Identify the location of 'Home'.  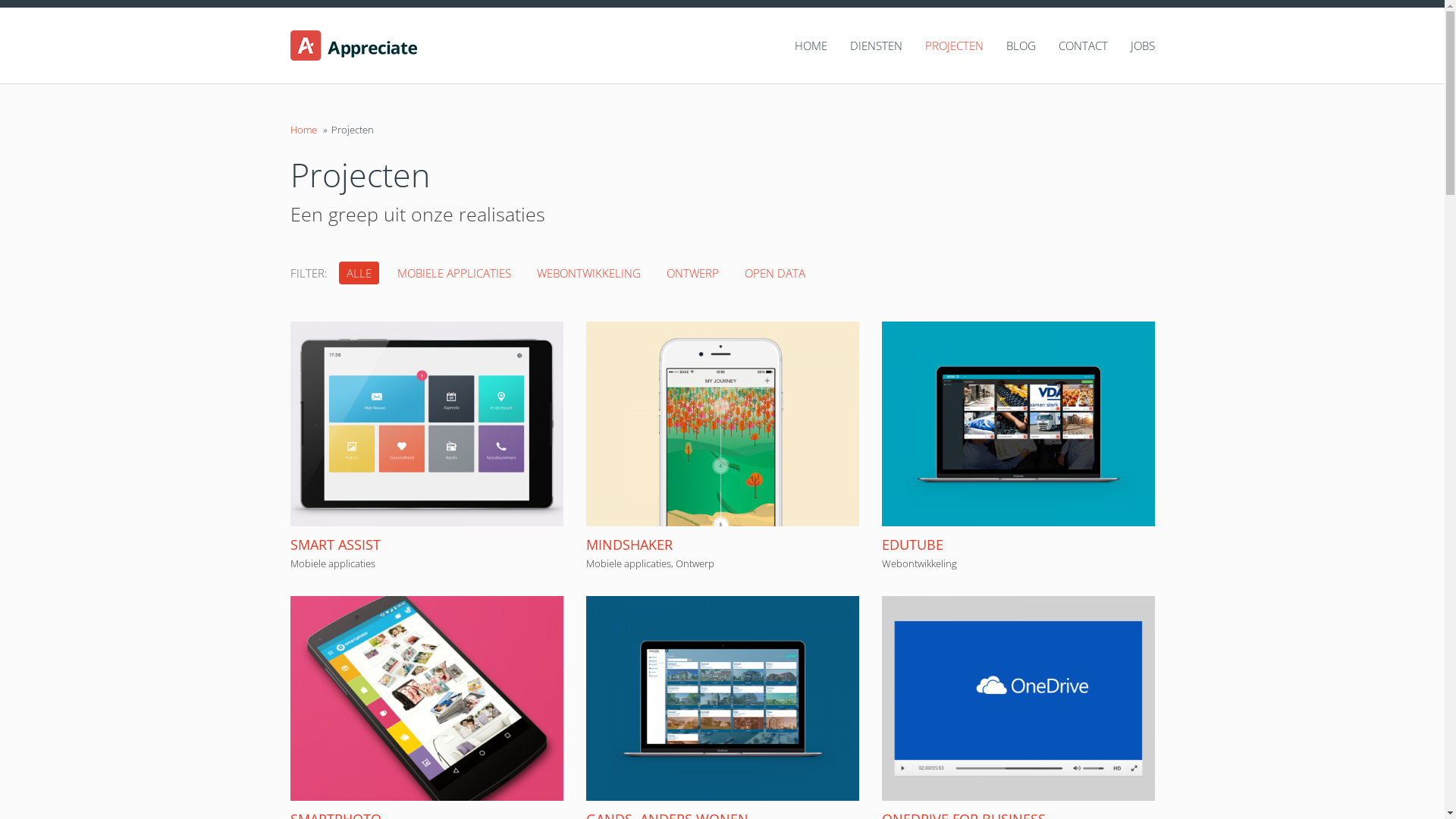
(303, 128).